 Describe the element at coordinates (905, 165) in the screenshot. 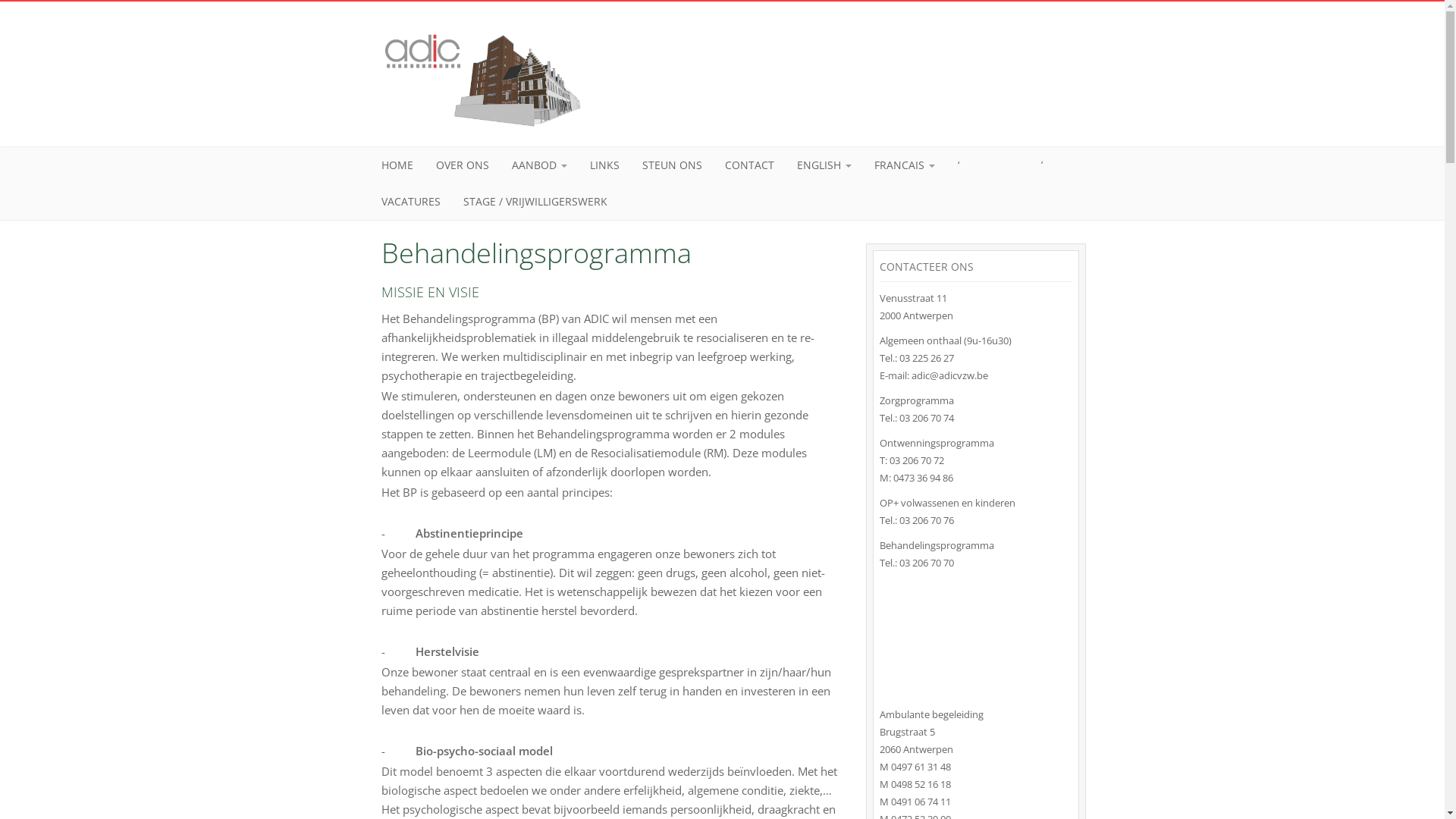

I see `'FRANCAIS'` at that location.